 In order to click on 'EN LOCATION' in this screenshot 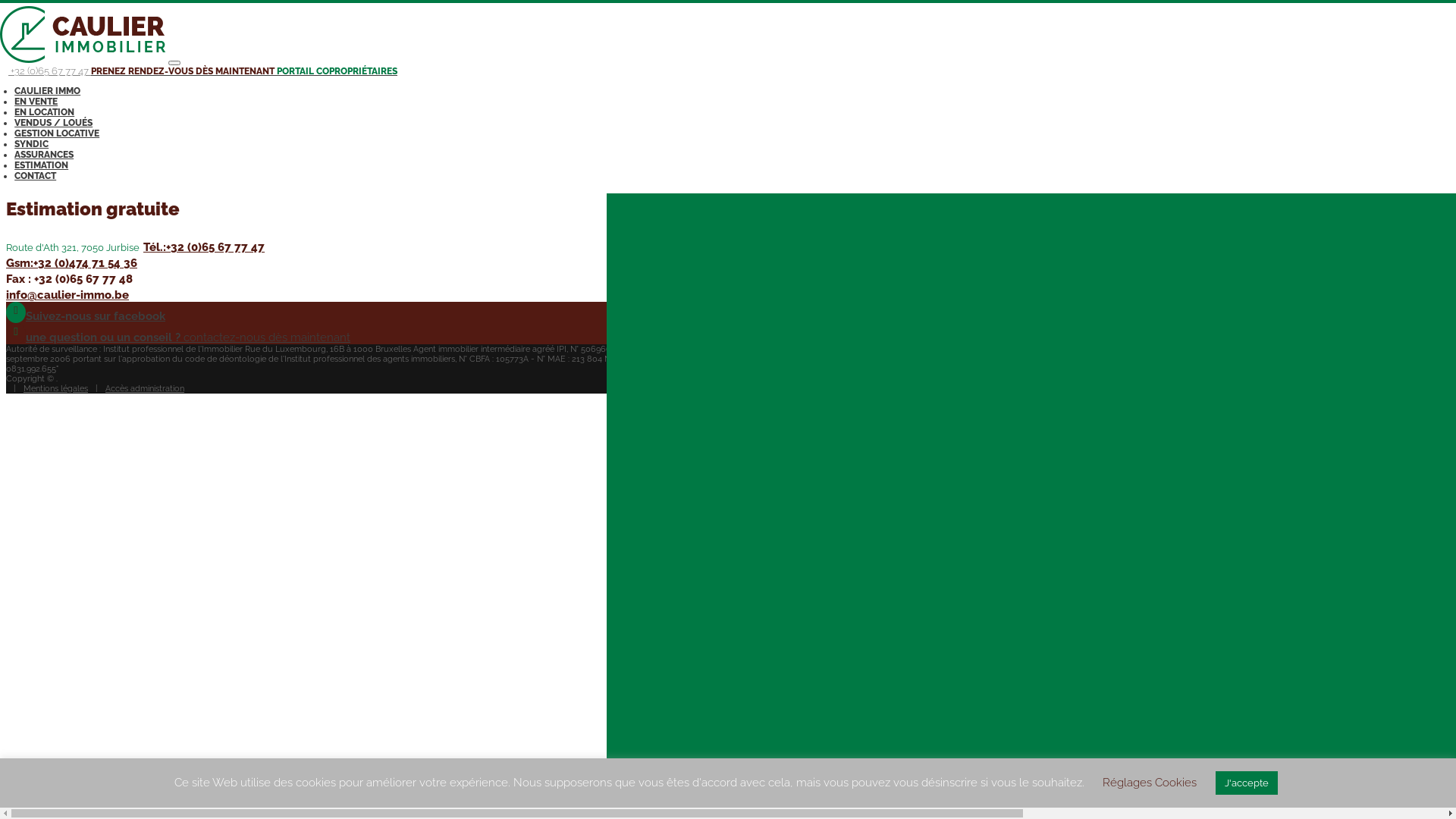, I will do `click(44, 111)`.